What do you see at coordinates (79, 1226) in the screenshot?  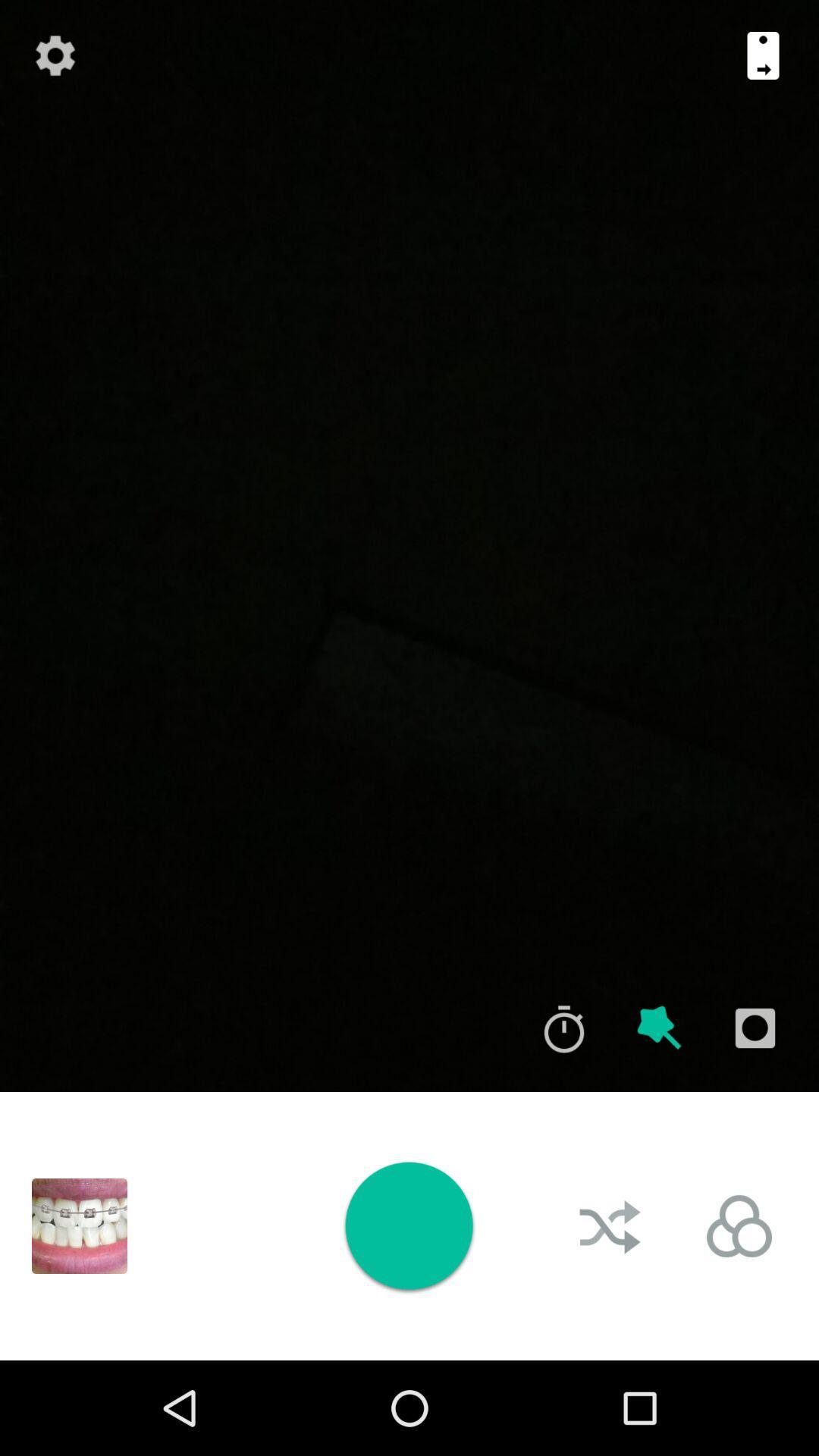 I see `black` at bounding box center [79, 1226].